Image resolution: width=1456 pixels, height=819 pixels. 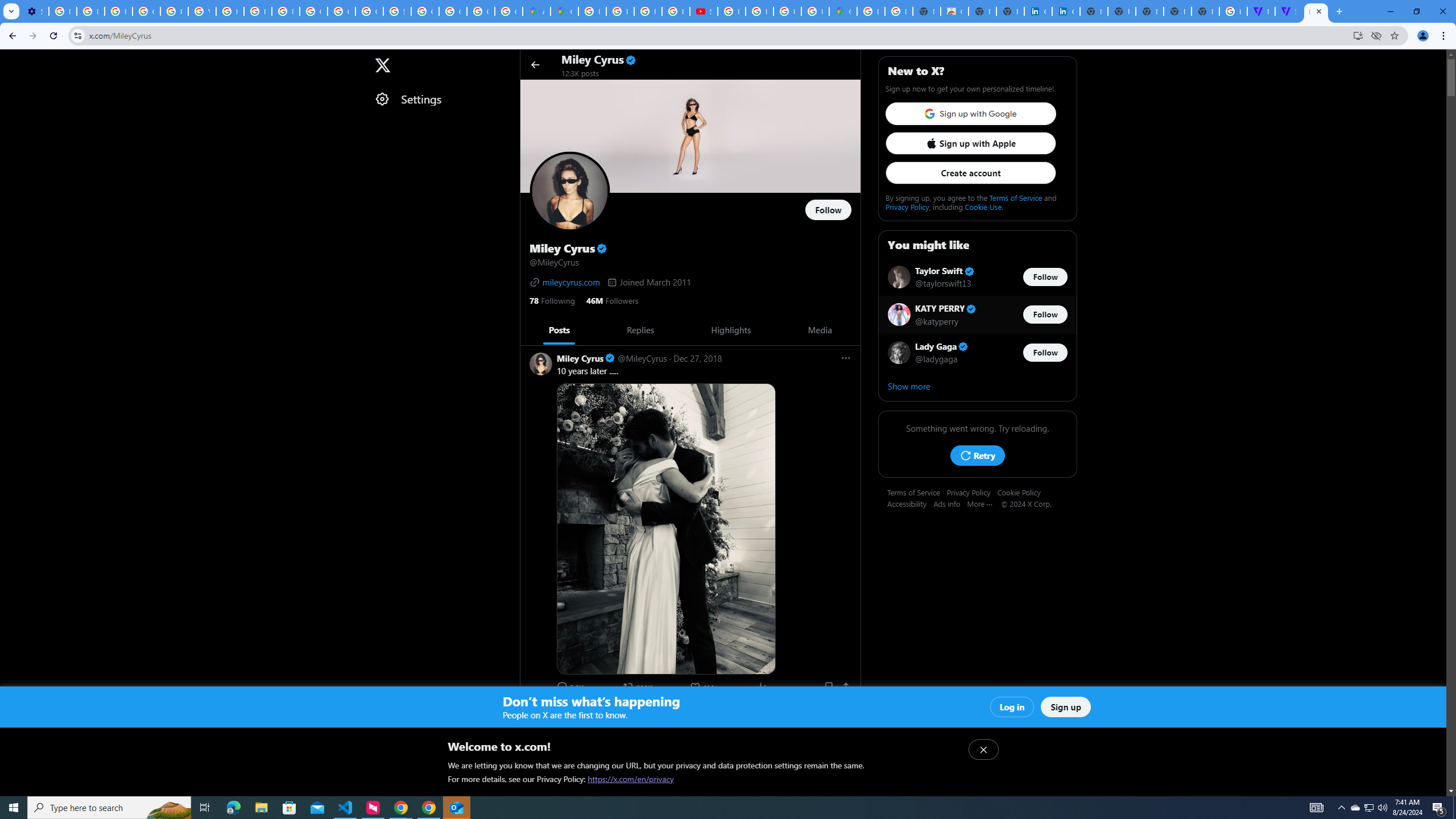 What do you see at coordinates (570, 191) in the screenshot?
I see `'Opens profile photo'` at bounding box center [570, 191].